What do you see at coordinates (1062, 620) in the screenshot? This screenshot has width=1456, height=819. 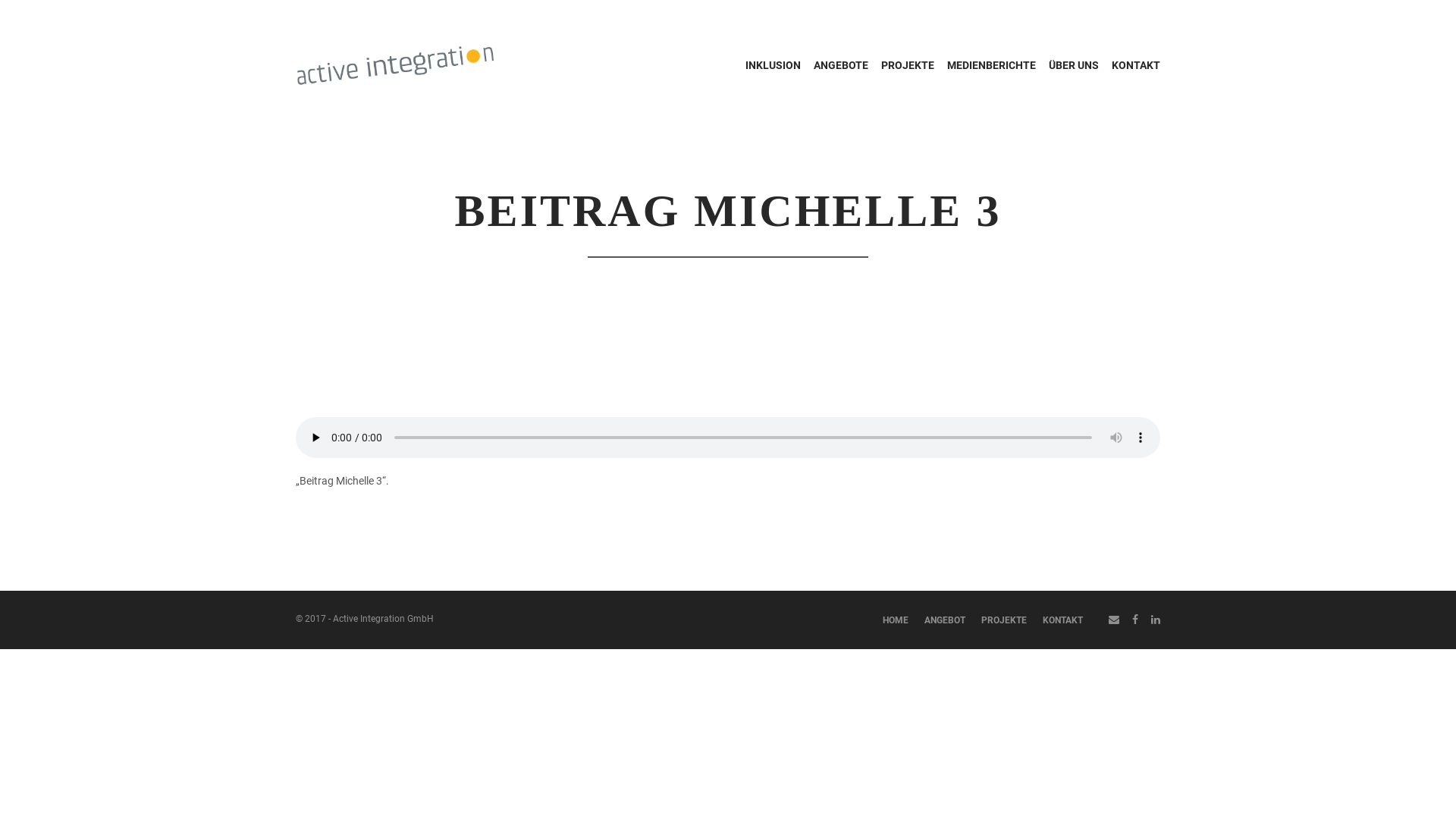 I see `'KONTAKT'` at bounding box center [1062, 620].